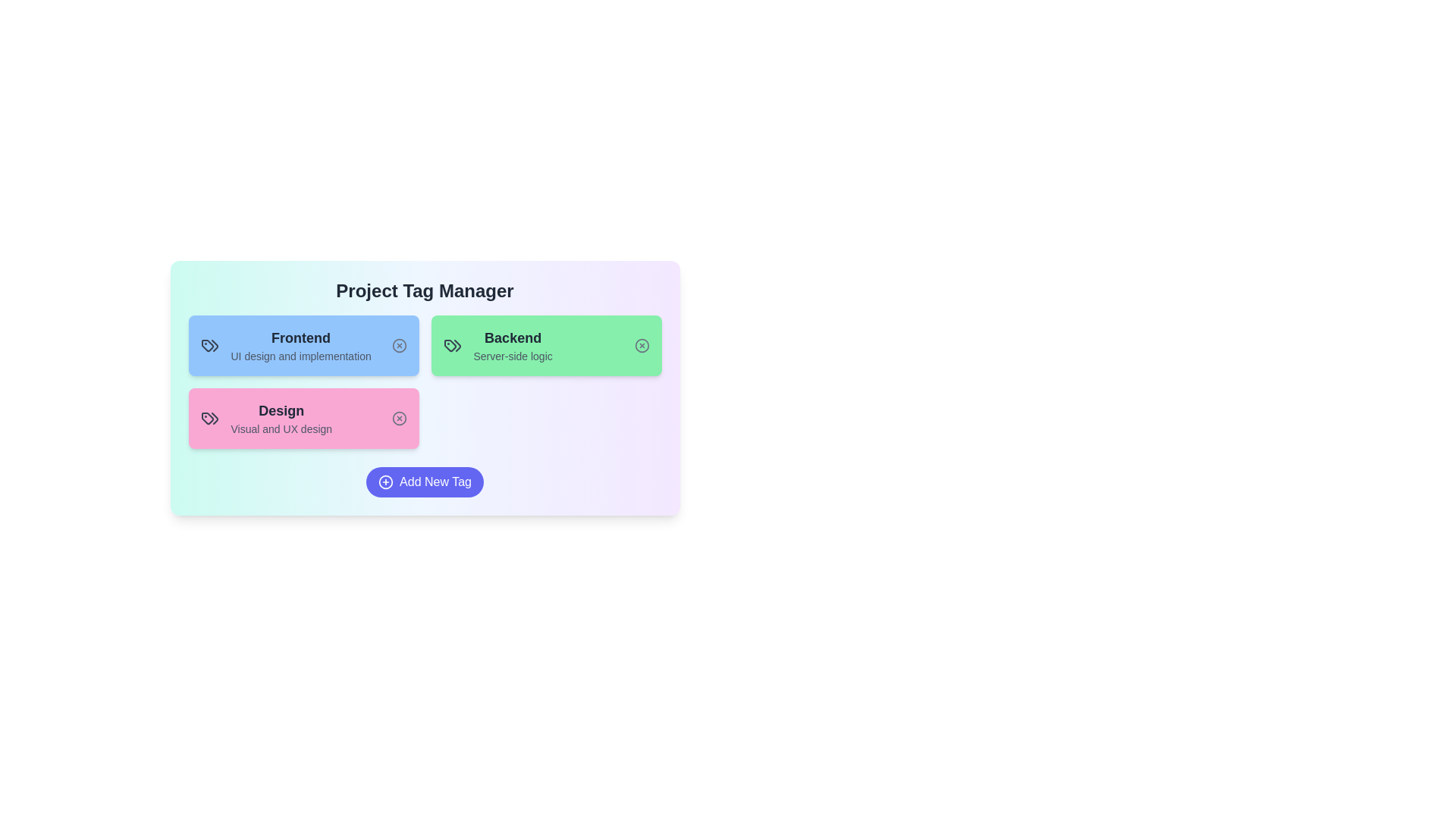 The image size is (1456, 819). Describe the element at coordinates (425, 482) in the screenshot. I see `the 'Add New Tag' button to add a new tag` at that location.